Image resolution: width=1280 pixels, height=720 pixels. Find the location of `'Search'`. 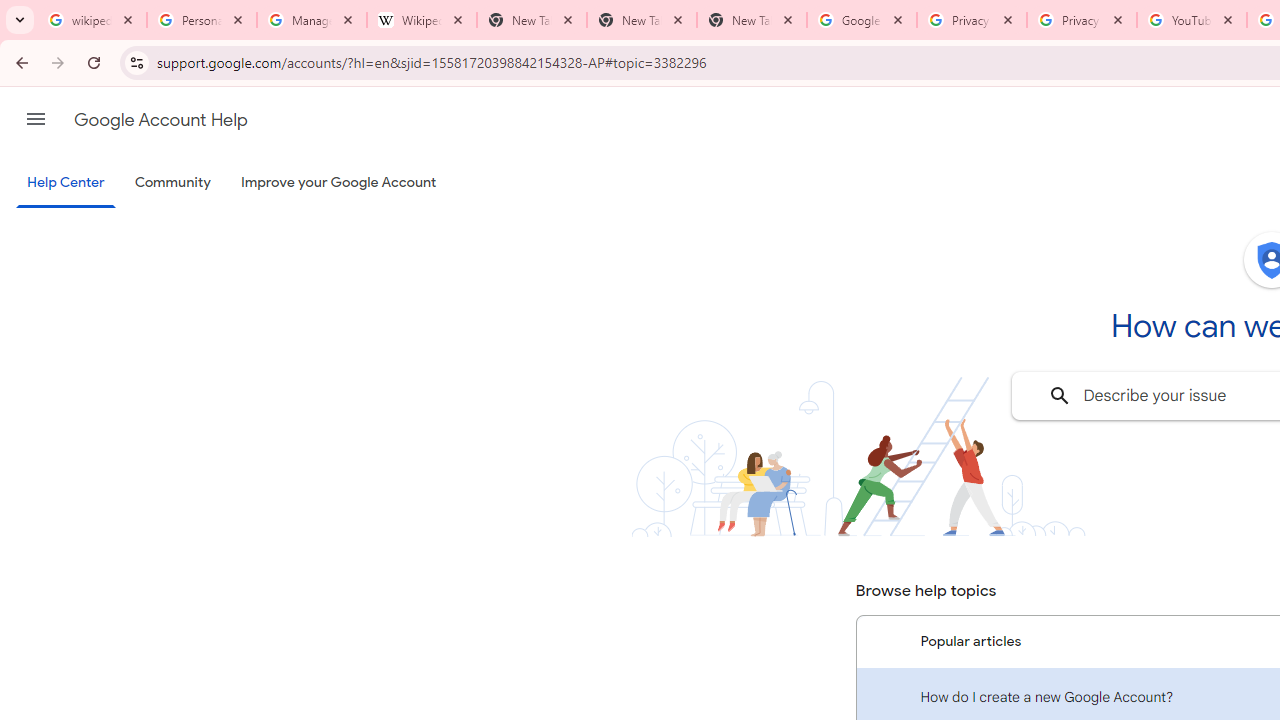

'Search' is located at coordinates (1058, 396).